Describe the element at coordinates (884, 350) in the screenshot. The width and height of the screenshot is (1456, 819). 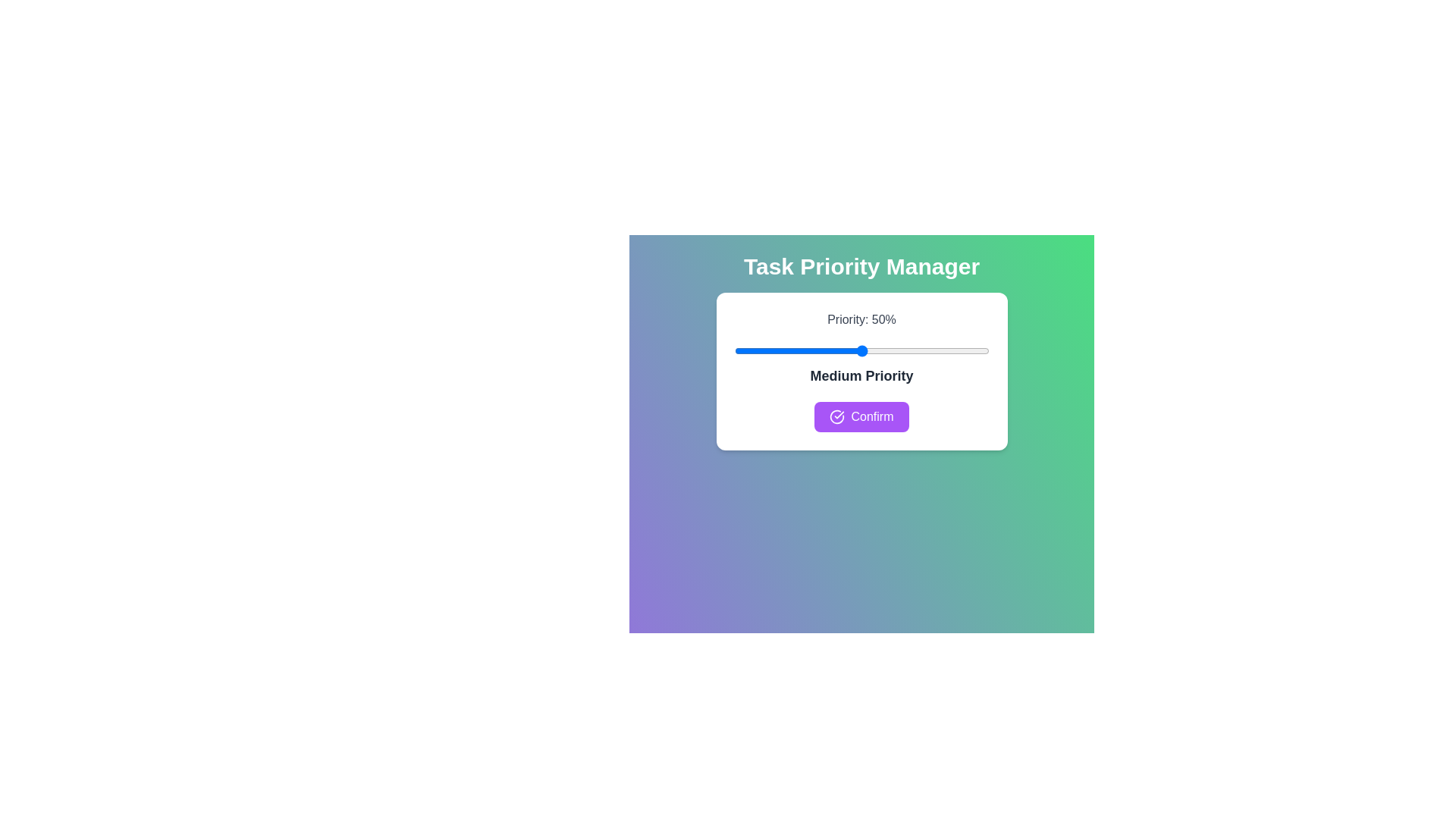
I see `the slider to set the priority to 59%` at that location.